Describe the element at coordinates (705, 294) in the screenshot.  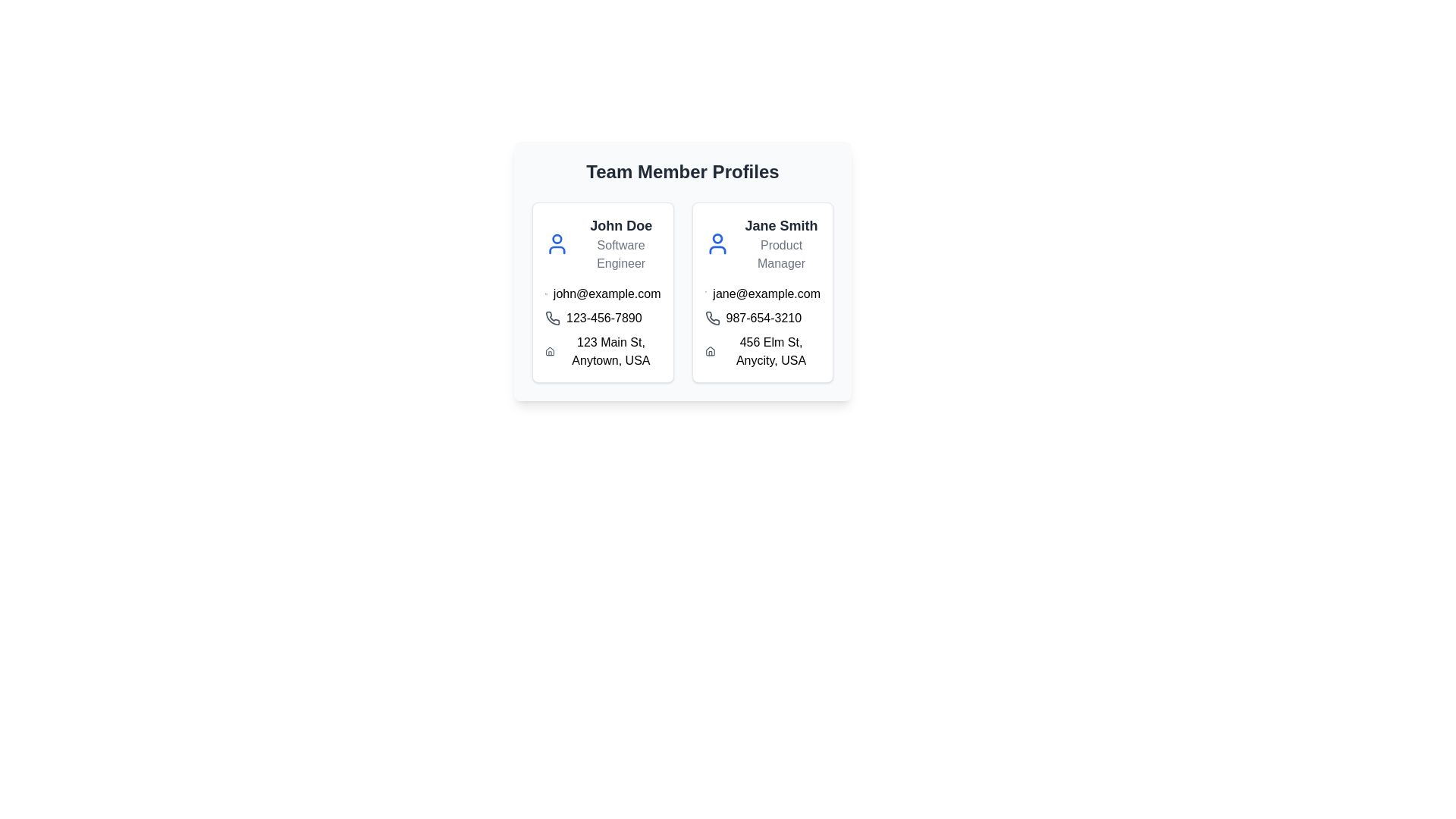
I see `the gray envelope icon located to the left of the text 'jane@example.com'` at that location.